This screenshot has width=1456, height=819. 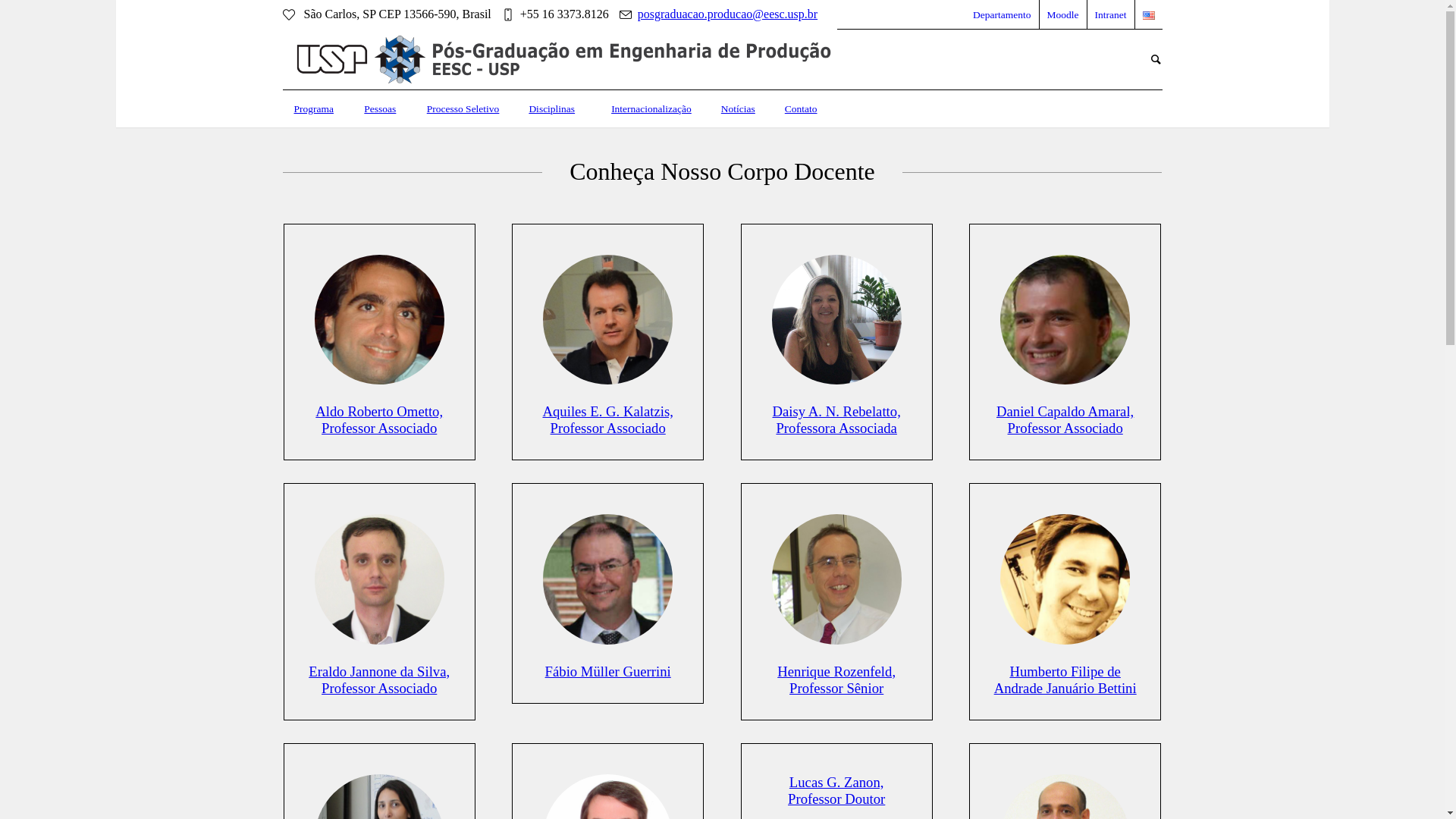 What do you see at coordinates (378, 679) in the screenshot?
I see `'Eraldo Jannone da Silva, Professor Associado'` at bounding box center [378, 679].